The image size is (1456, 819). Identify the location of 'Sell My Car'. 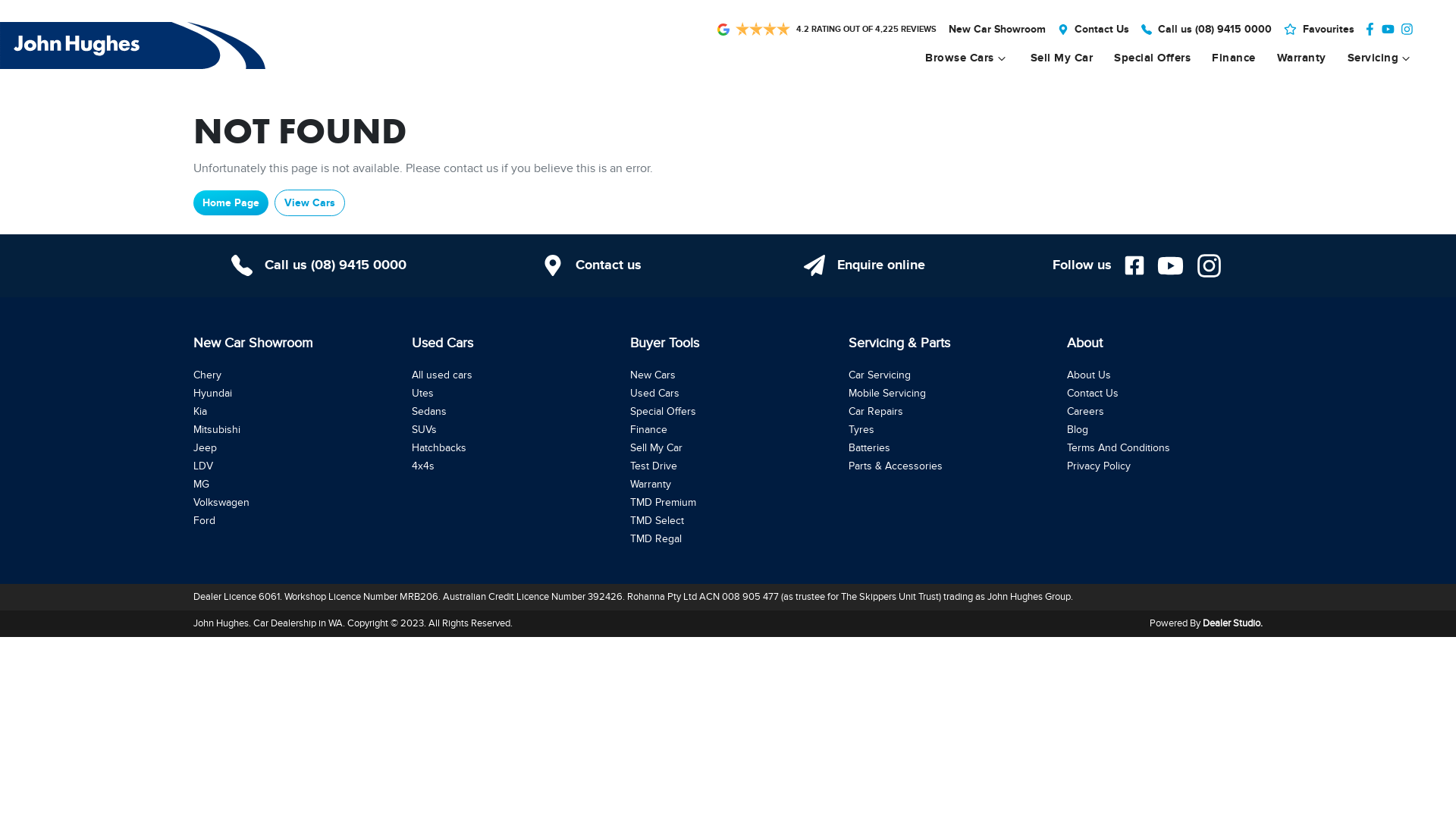
(1060, 57).